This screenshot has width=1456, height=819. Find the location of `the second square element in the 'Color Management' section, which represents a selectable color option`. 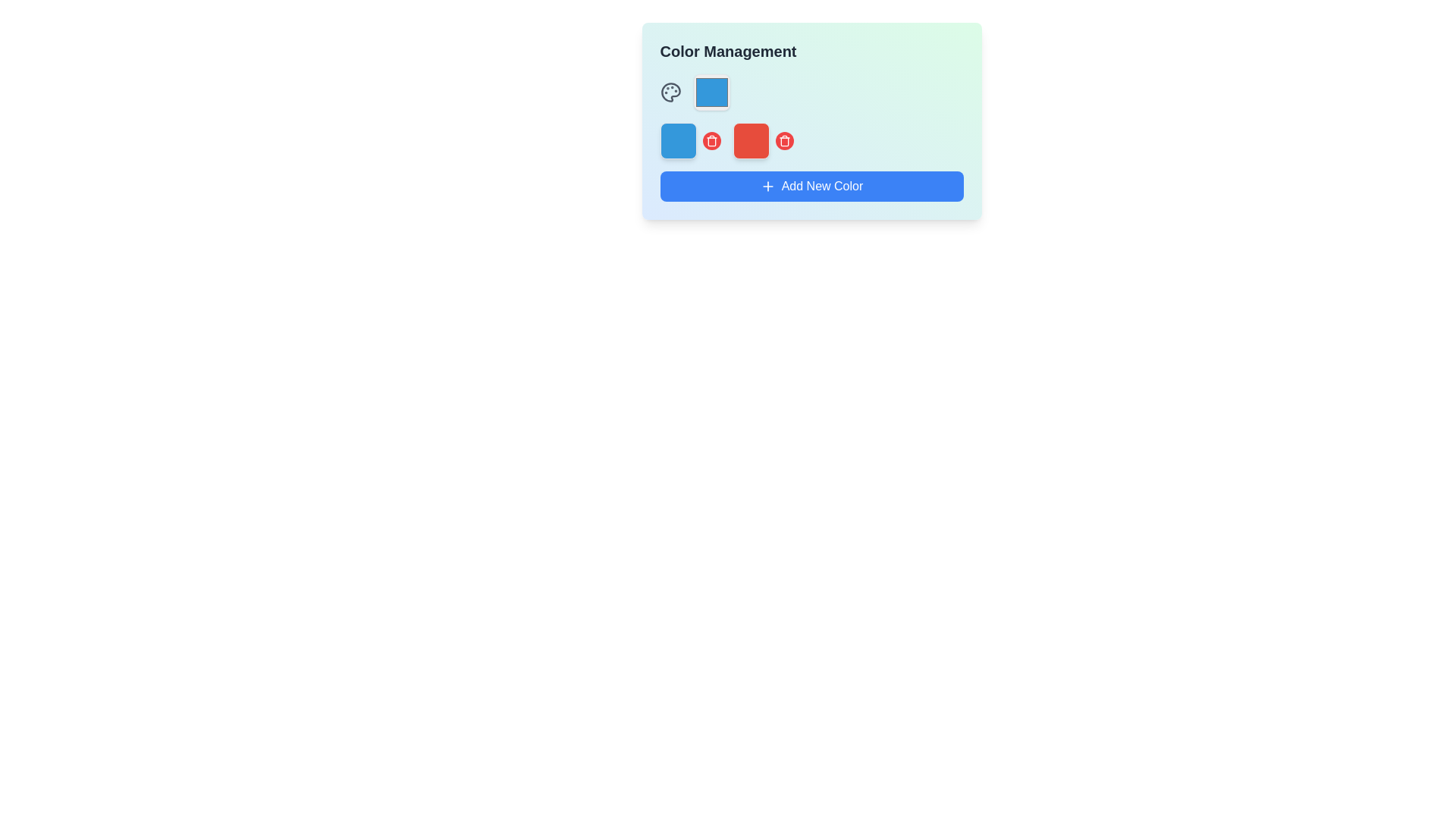

the second square element in the 'Color Management' section, which represents a selectable color option is located at coordinates (763, 140).